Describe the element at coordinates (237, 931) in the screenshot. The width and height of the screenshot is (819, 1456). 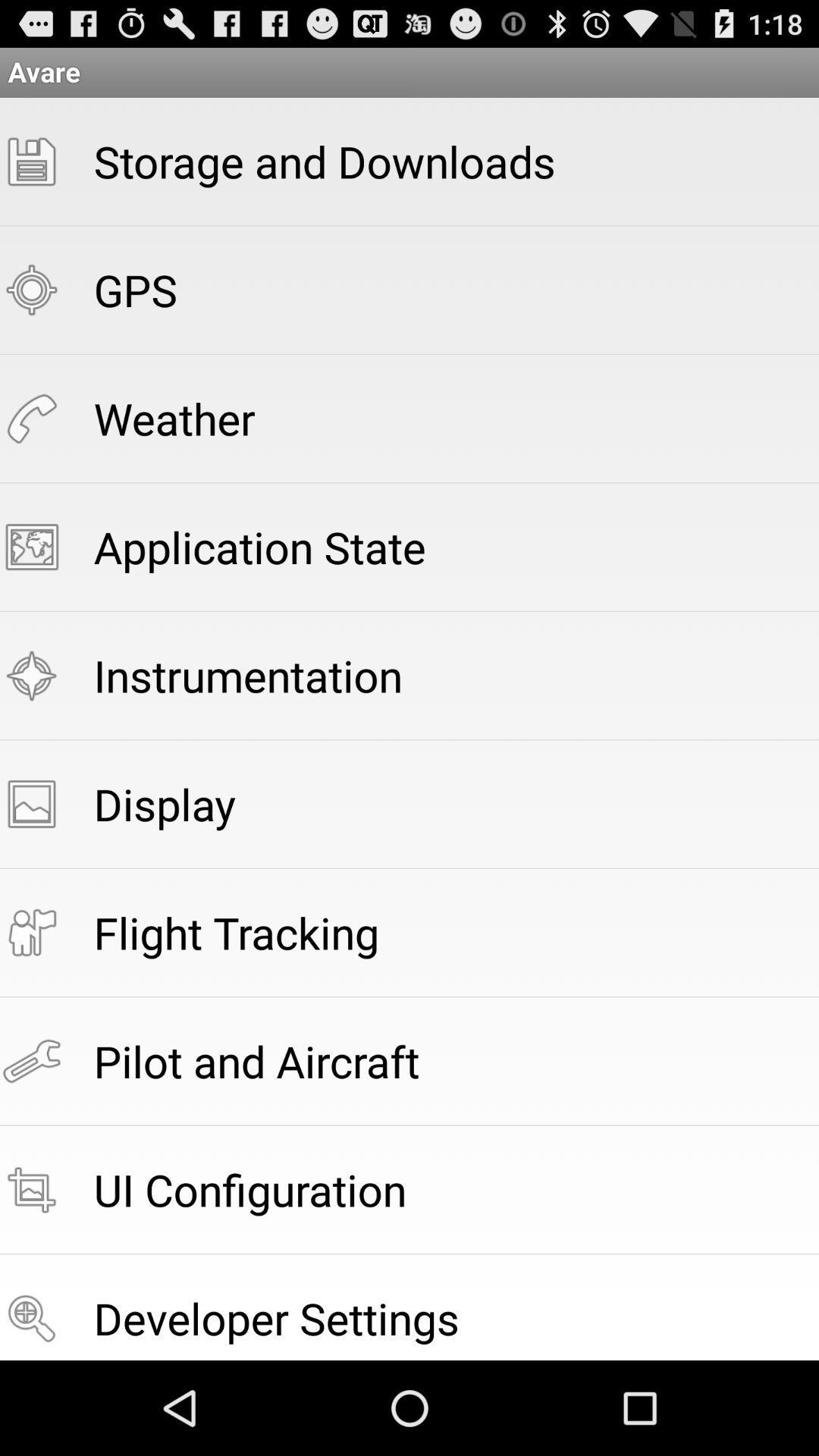
I see `the flight tracking item` at that location.